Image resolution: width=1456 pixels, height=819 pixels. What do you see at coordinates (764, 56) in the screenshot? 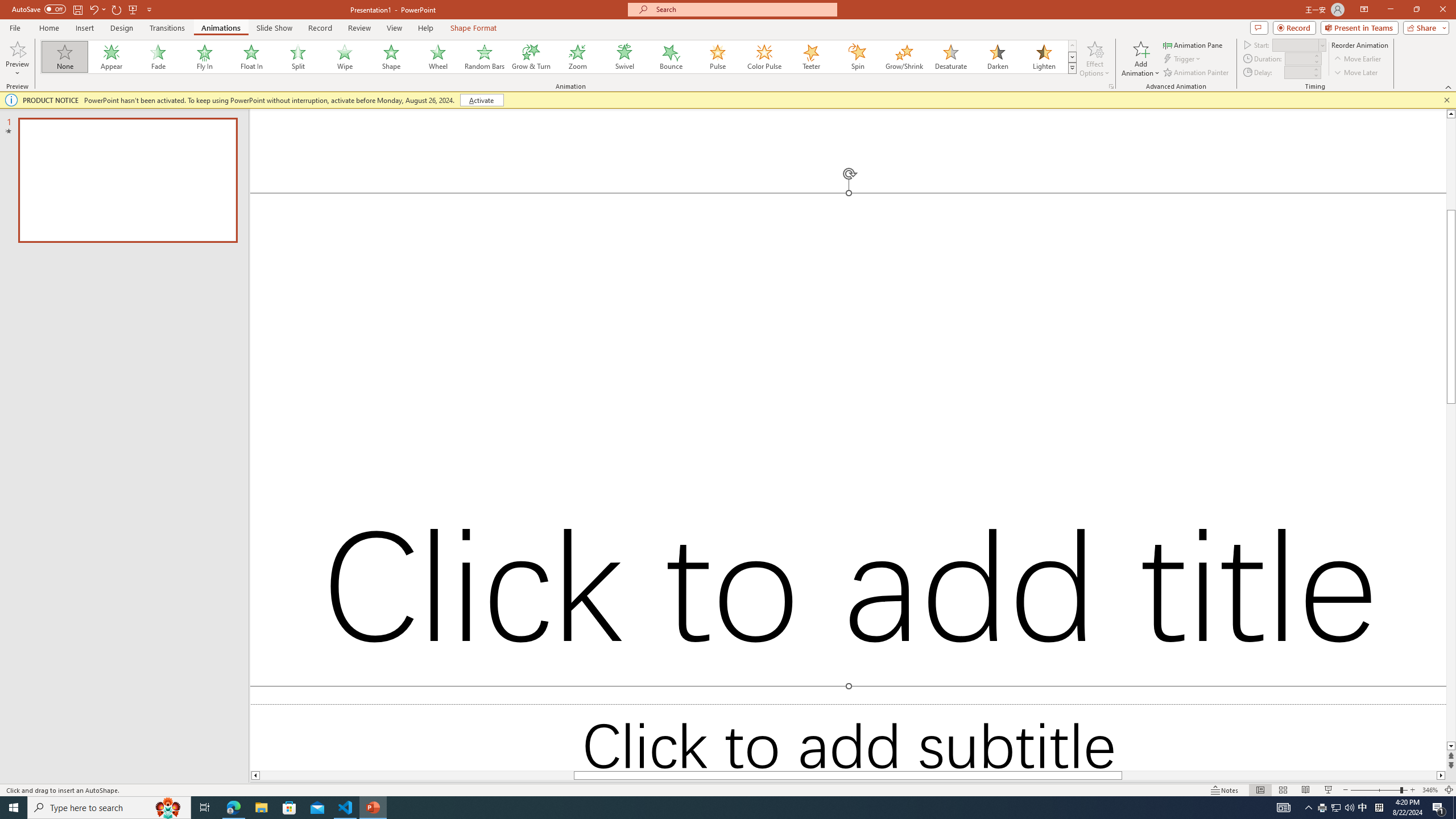
I see `'Color Pulse'` at bounding box center [764, 56].